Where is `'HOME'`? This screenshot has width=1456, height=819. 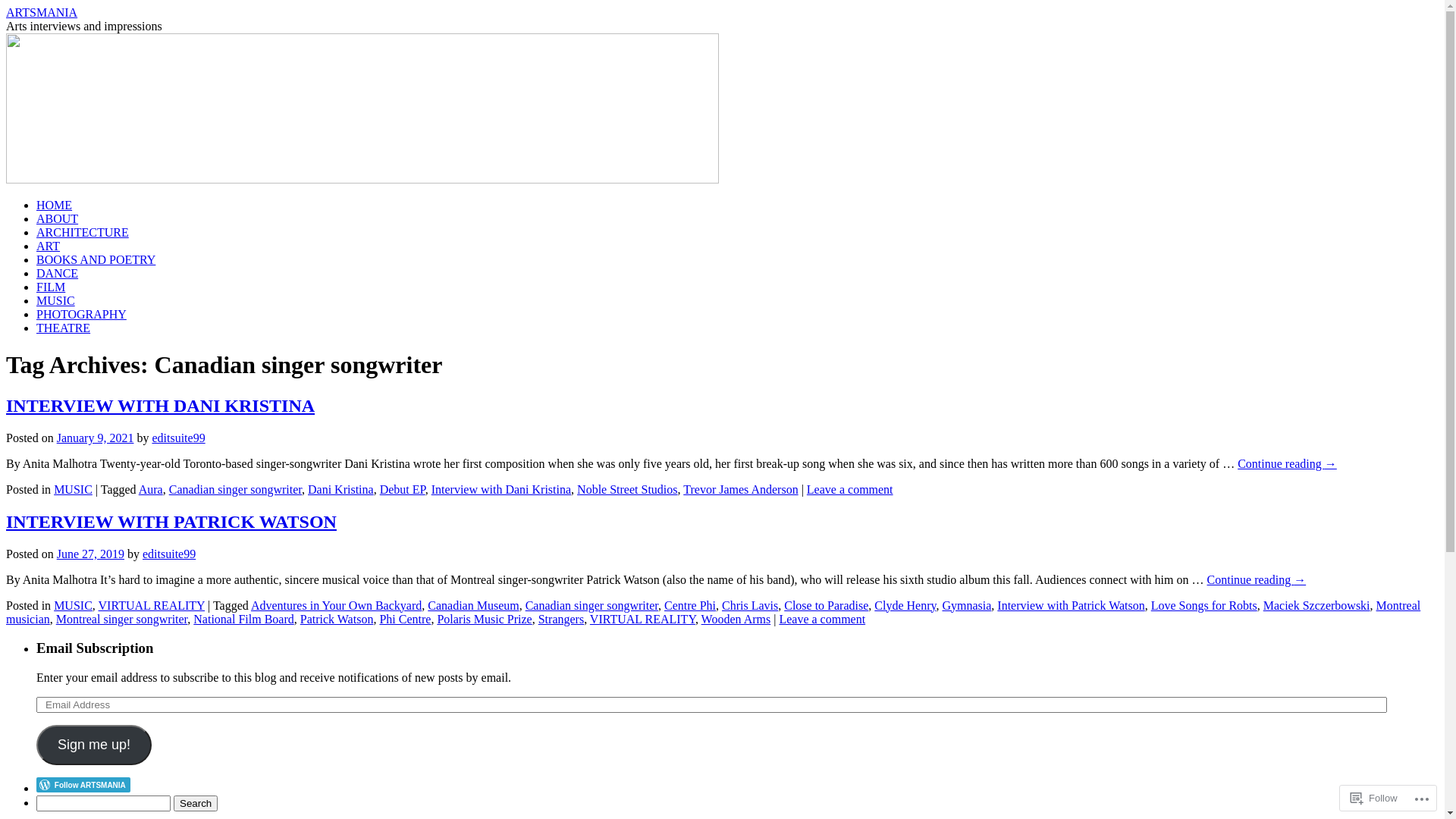 'HOME' is located at coordinates (54, 205).